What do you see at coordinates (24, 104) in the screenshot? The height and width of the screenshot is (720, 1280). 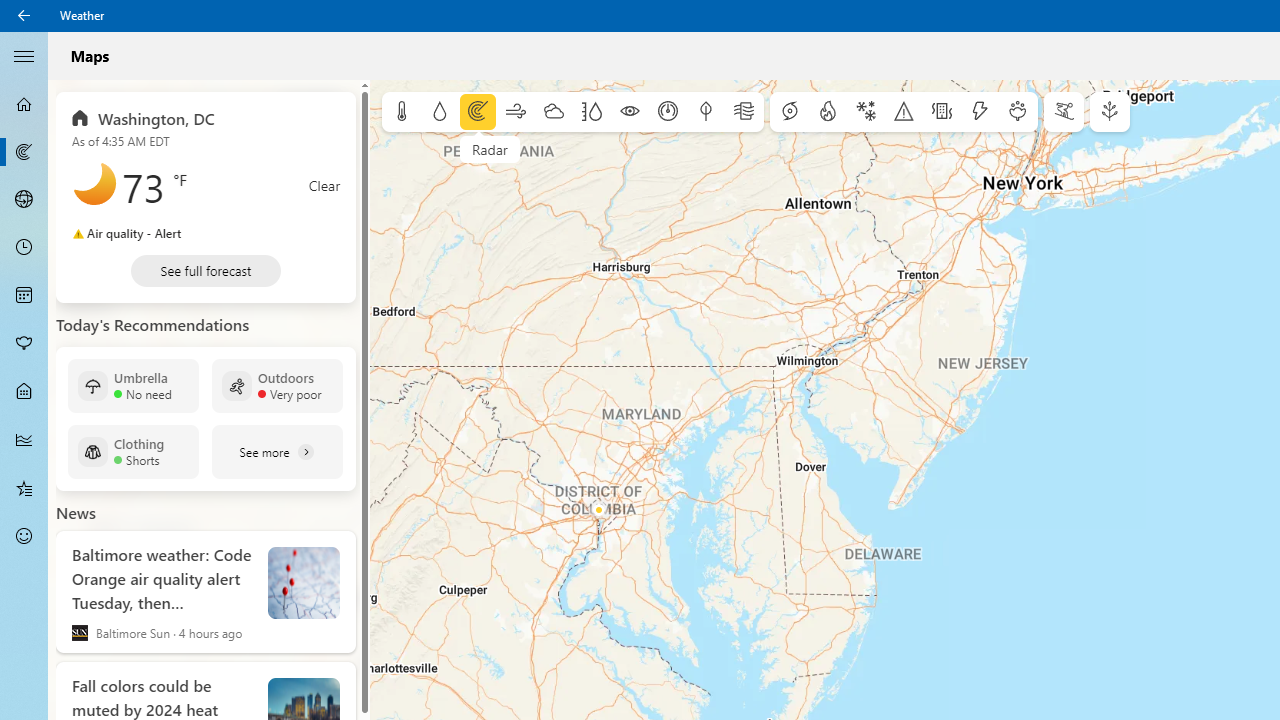 I see `'Forecast - Not Selected'` at bounding box center [24, 104].